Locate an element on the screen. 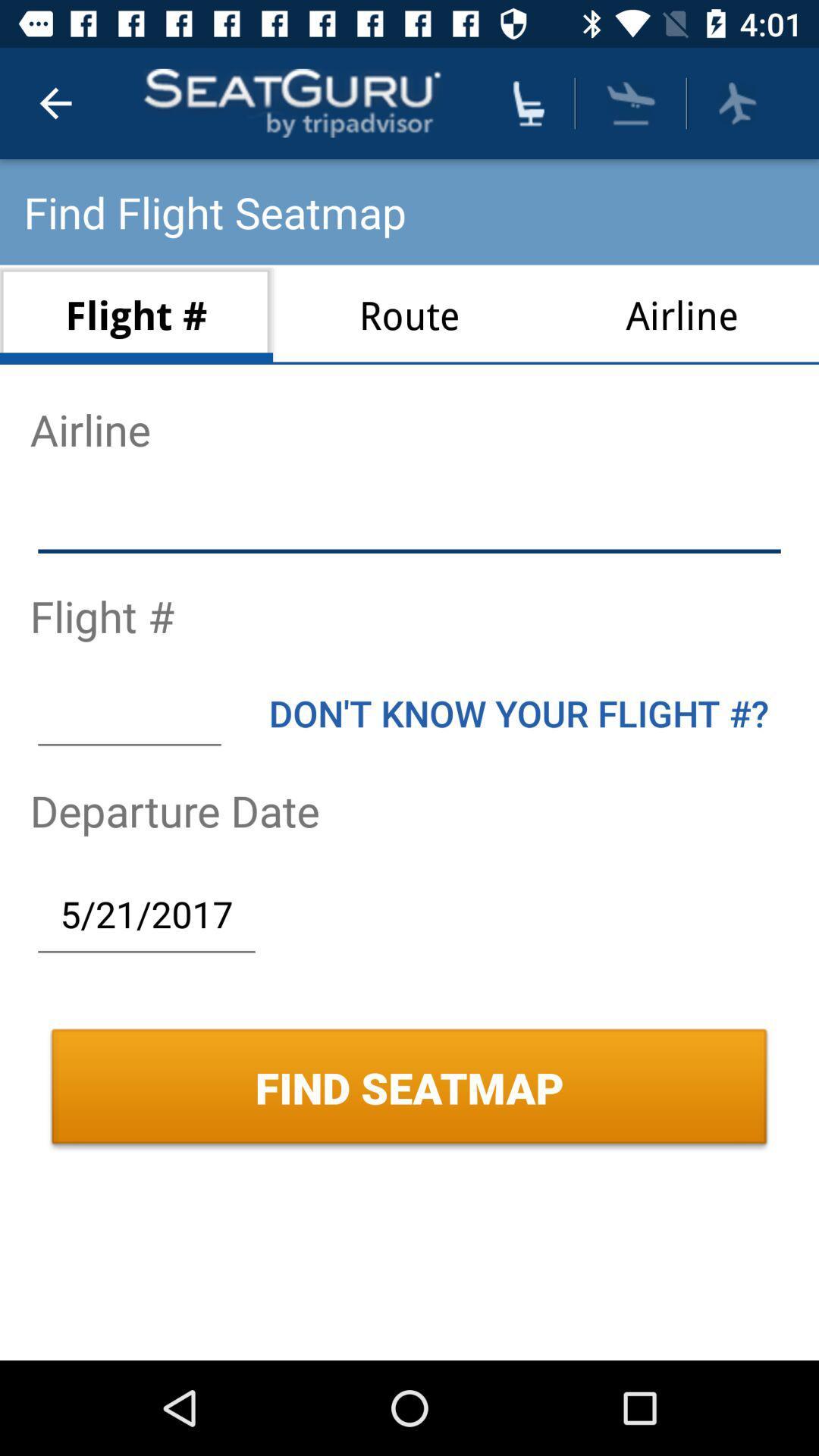  flight airline is located at coordinates (409, 522).